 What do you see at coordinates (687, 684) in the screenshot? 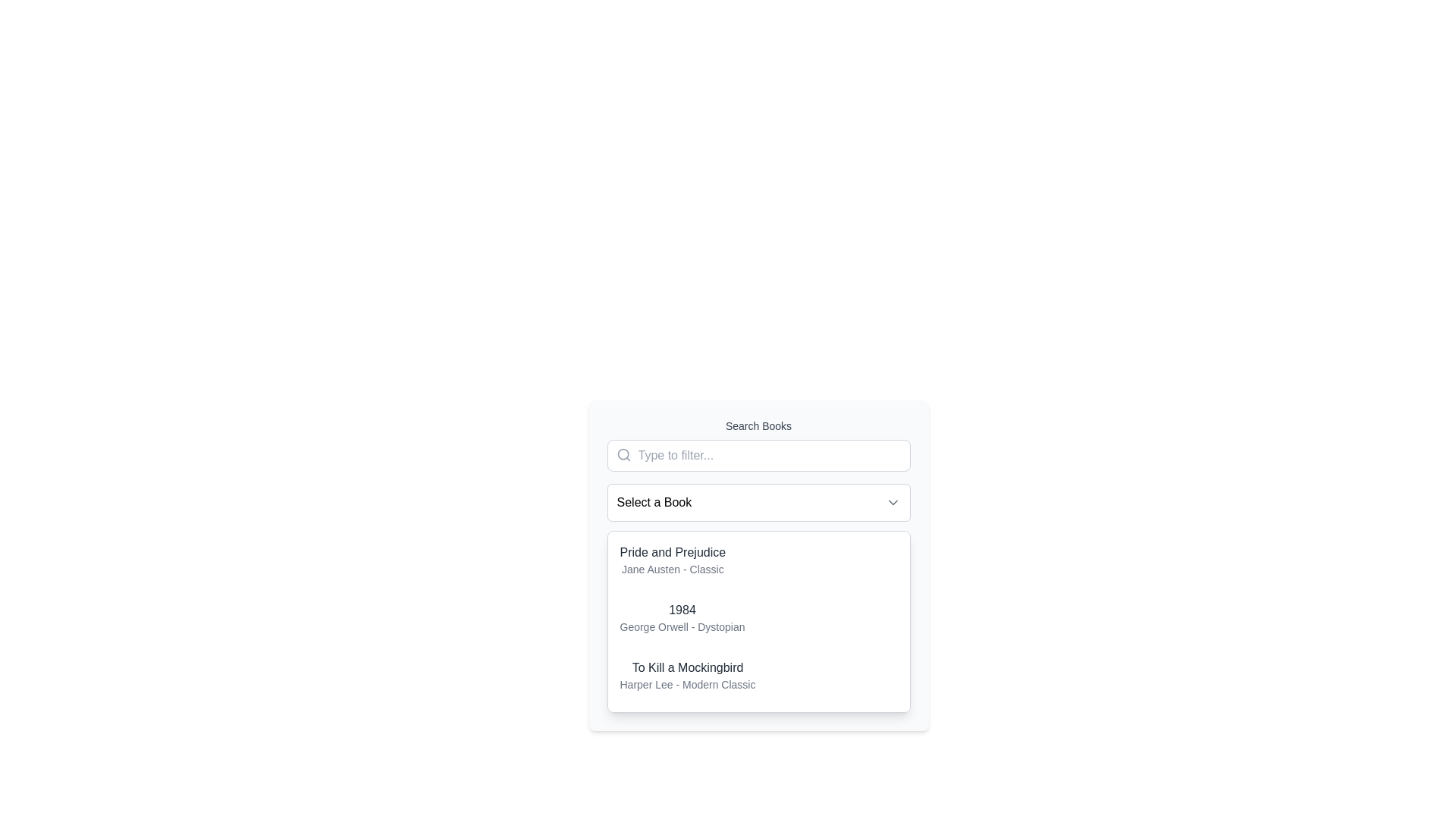
I see `text label providing additional details about the book 'To Kill a Mockingbird', which is located directly below the title text within the card element` at bounding box center [687, 684].